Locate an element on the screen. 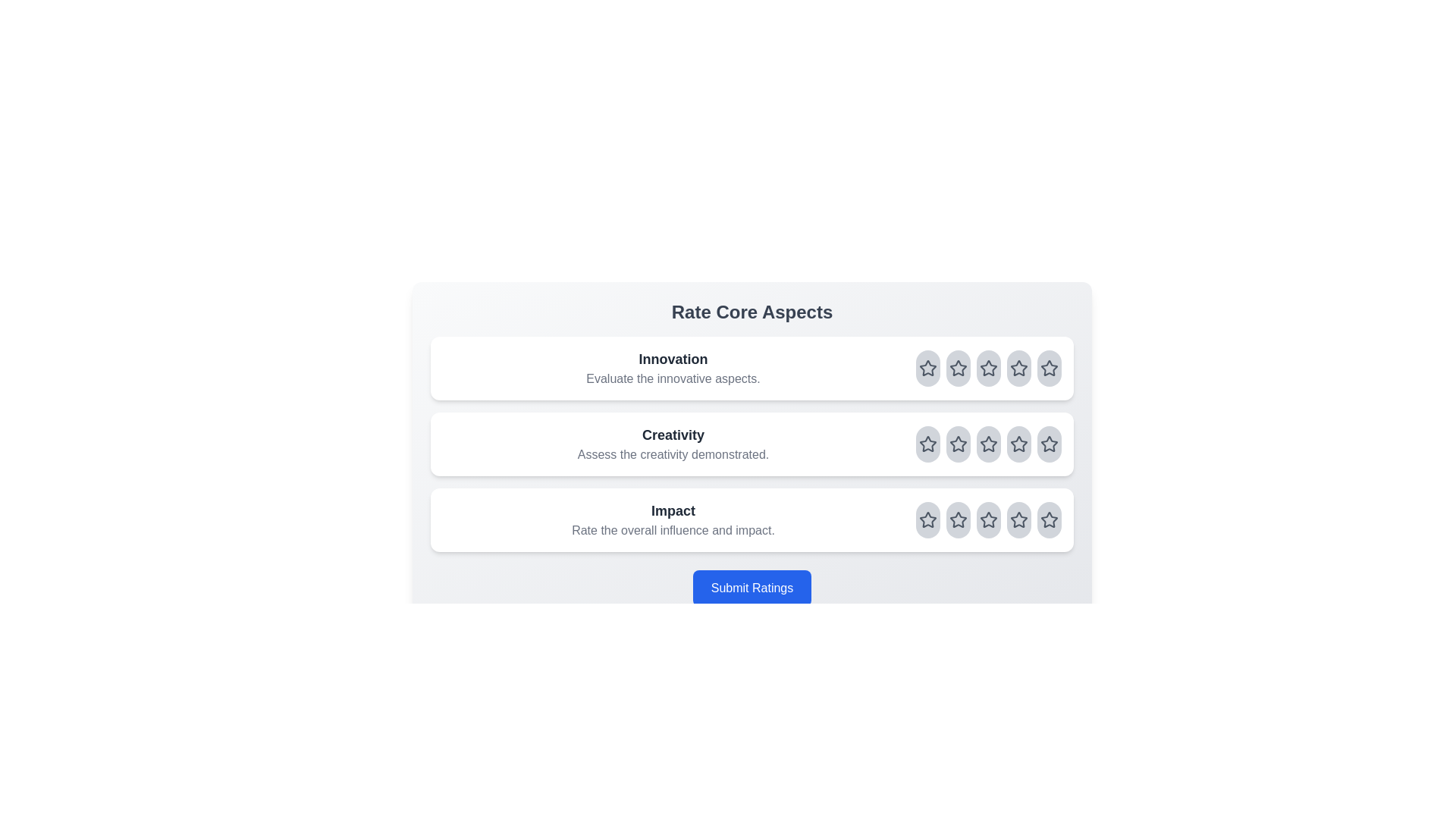 The height and width of the screenshot is (819, 1456). the rating for the aspect Impact to 1 stars by clicking on the corresponding star is located at coordinates (927, 519).